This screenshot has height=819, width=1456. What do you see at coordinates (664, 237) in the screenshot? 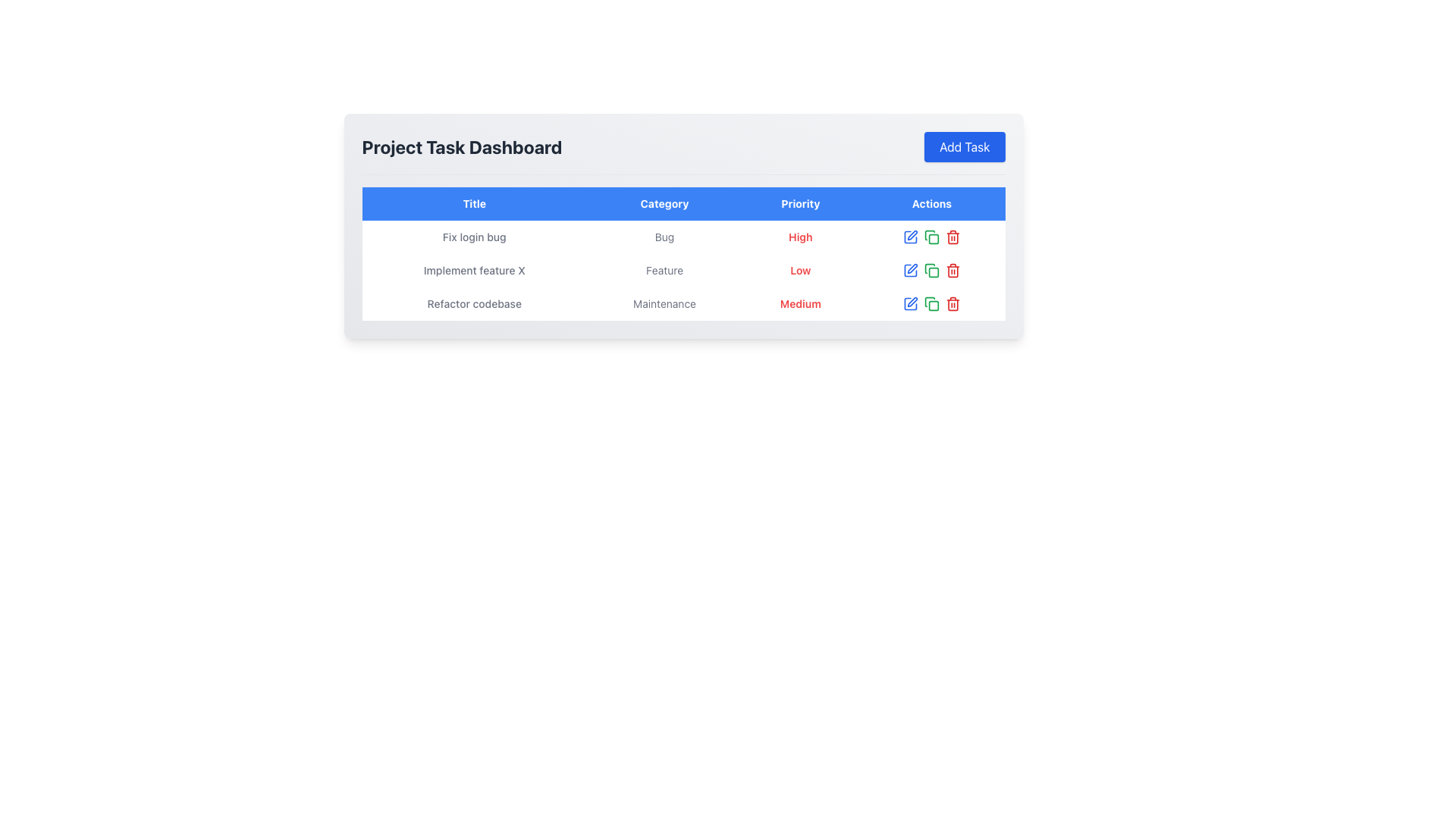
I see `the label displaying 'Bug' in the Category column of the table under the 'Fix login bug' row` at bounding box center [664, 237].